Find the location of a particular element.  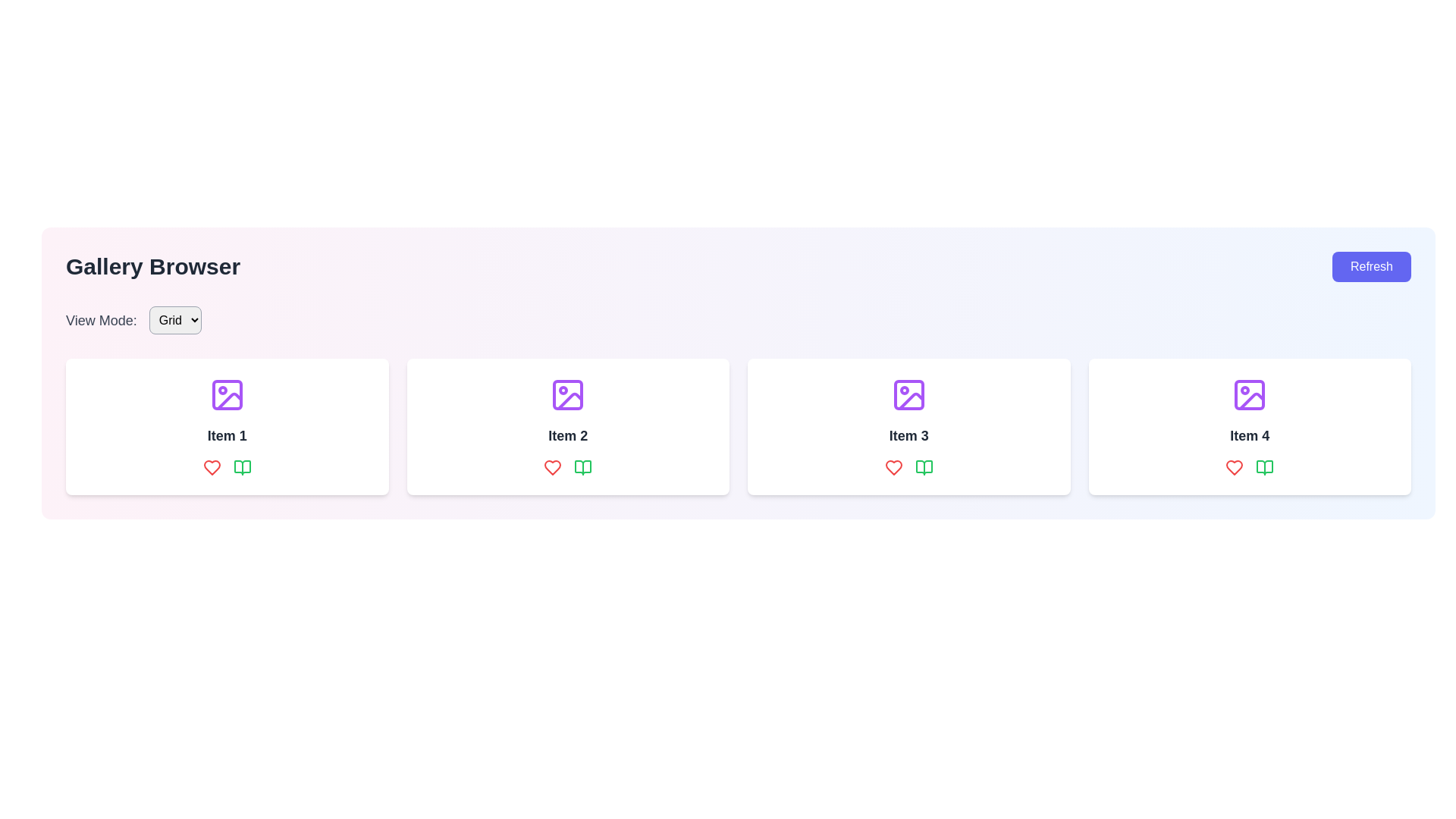

the 'Refresh' button with a vibrant indigo background and white text is located at coordinates (1372, 265).